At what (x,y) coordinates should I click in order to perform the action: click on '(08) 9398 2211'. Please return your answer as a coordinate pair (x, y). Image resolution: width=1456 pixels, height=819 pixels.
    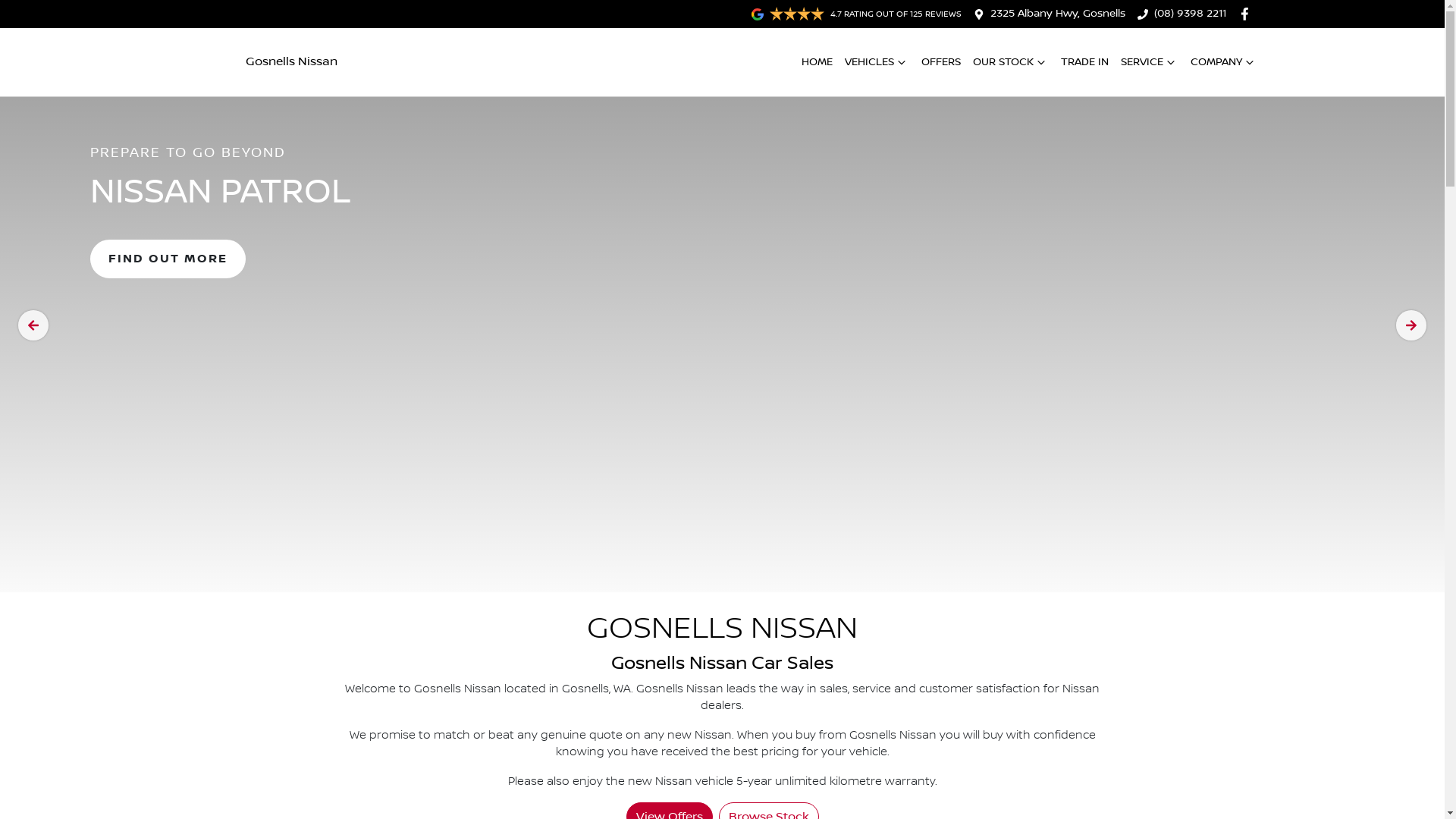
    Looking at the image, I should click on (1189, 14).